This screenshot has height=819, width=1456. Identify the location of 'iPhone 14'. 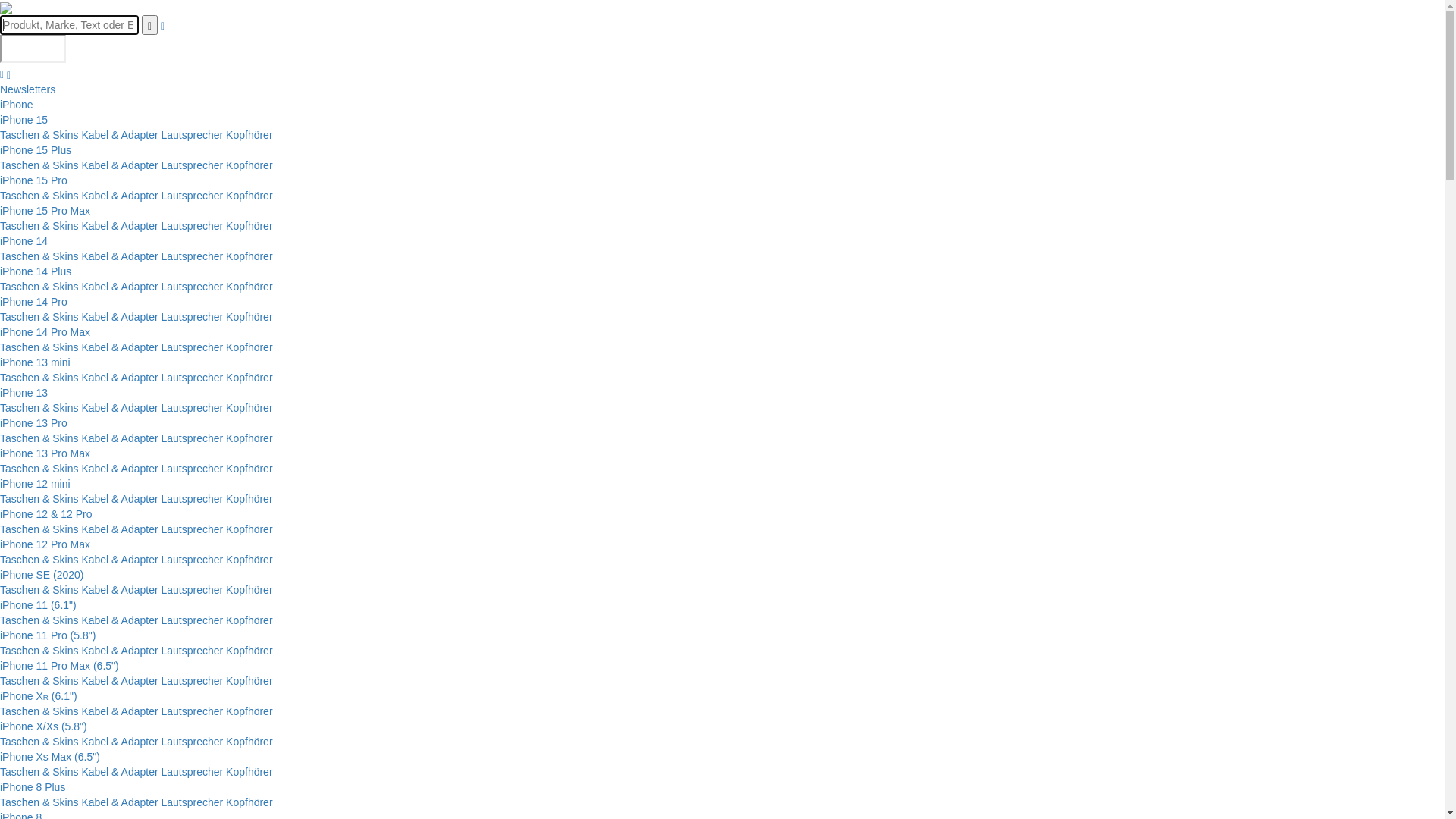
(24, 240).